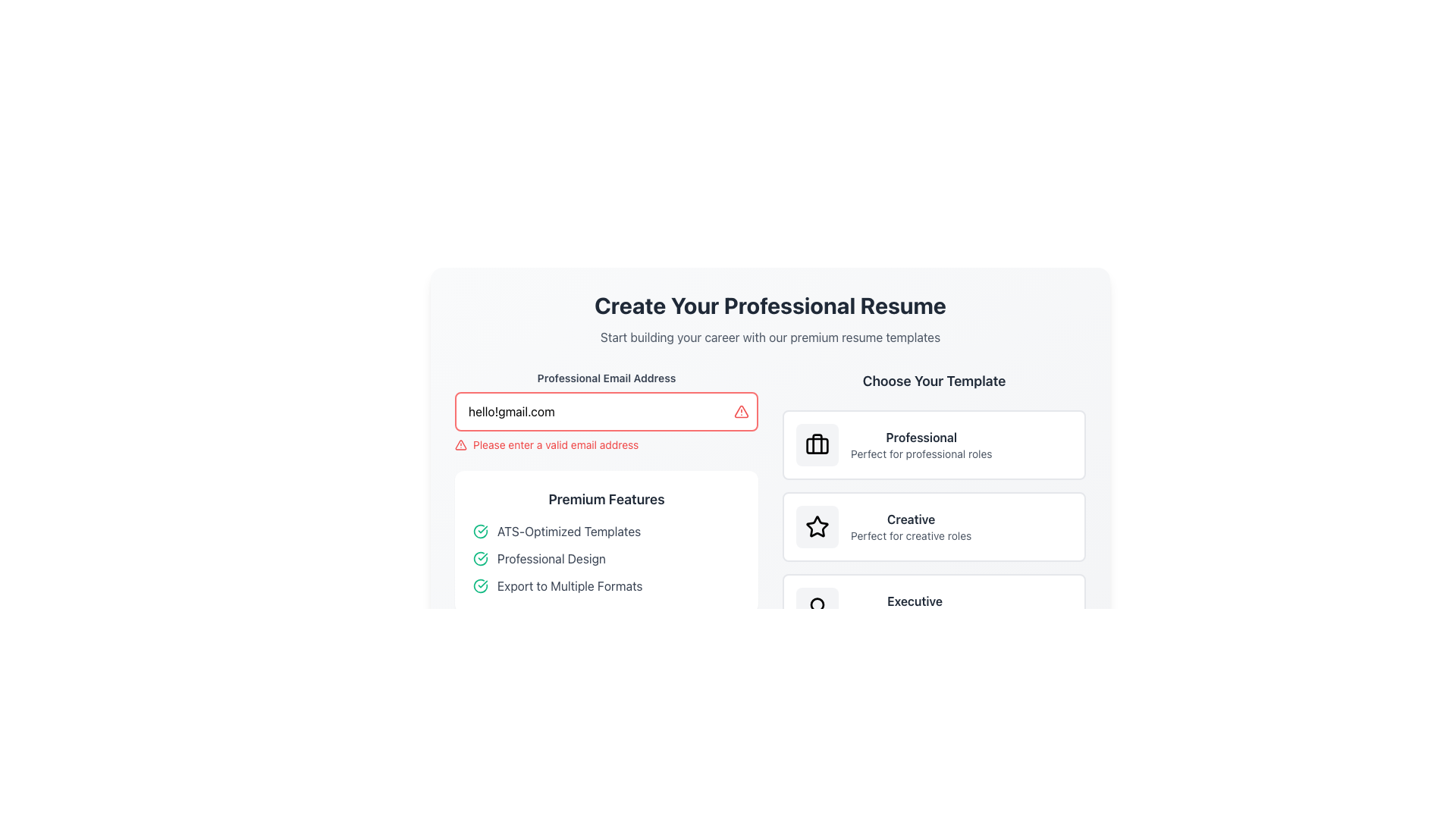 The width and height of the screenshot is (1456, 819). What do you see at coordinates (607, 500) in the screenshot?
I see `the 'Premium Features' text label, which is a bold and larger font title displayed in dark gray, positioned at the top of its box section below the email input area` at bounding box center [607, 500].